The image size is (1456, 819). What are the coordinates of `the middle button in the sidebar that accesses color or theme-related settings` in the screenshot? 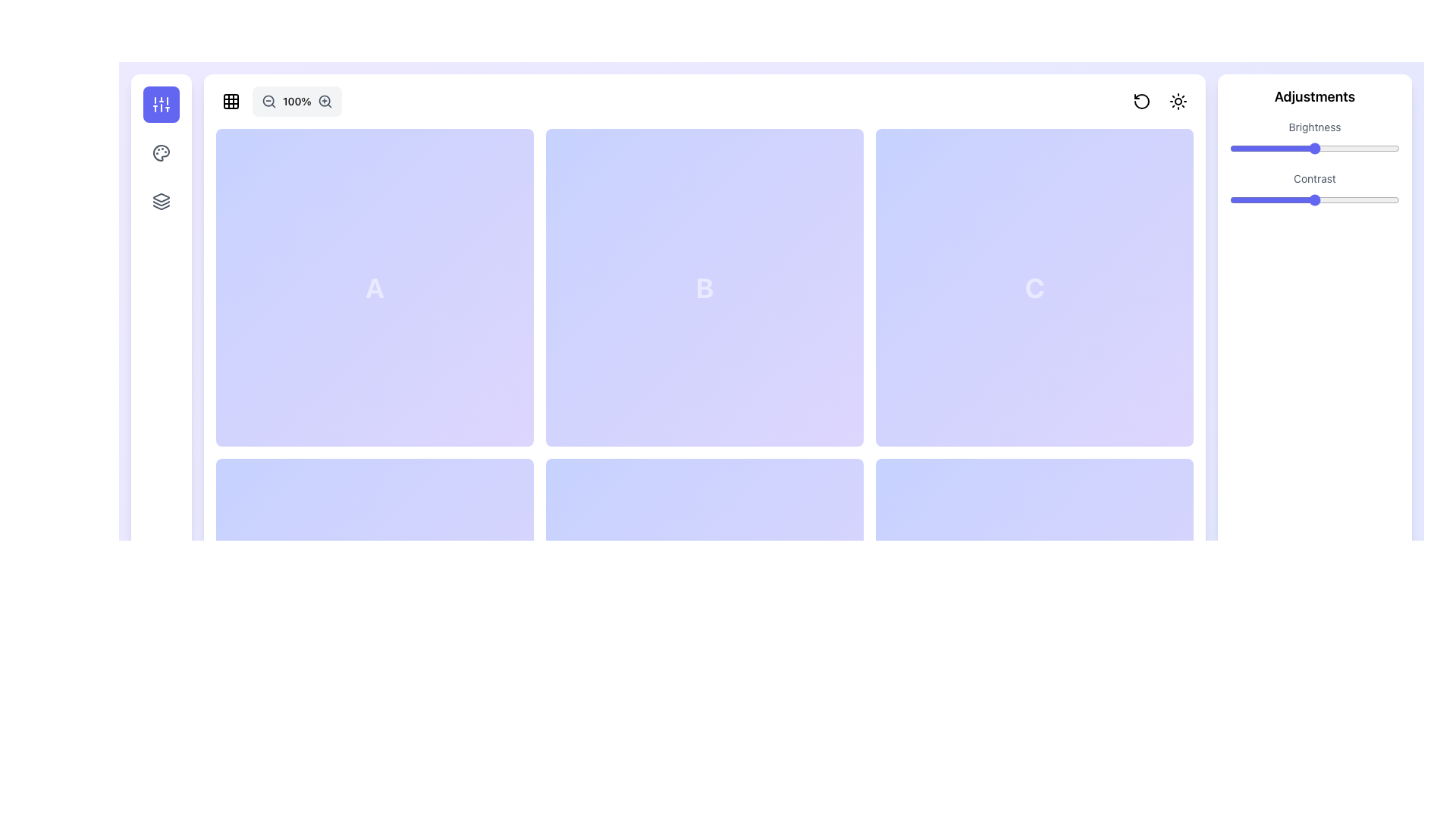 It's located at (161, 152).